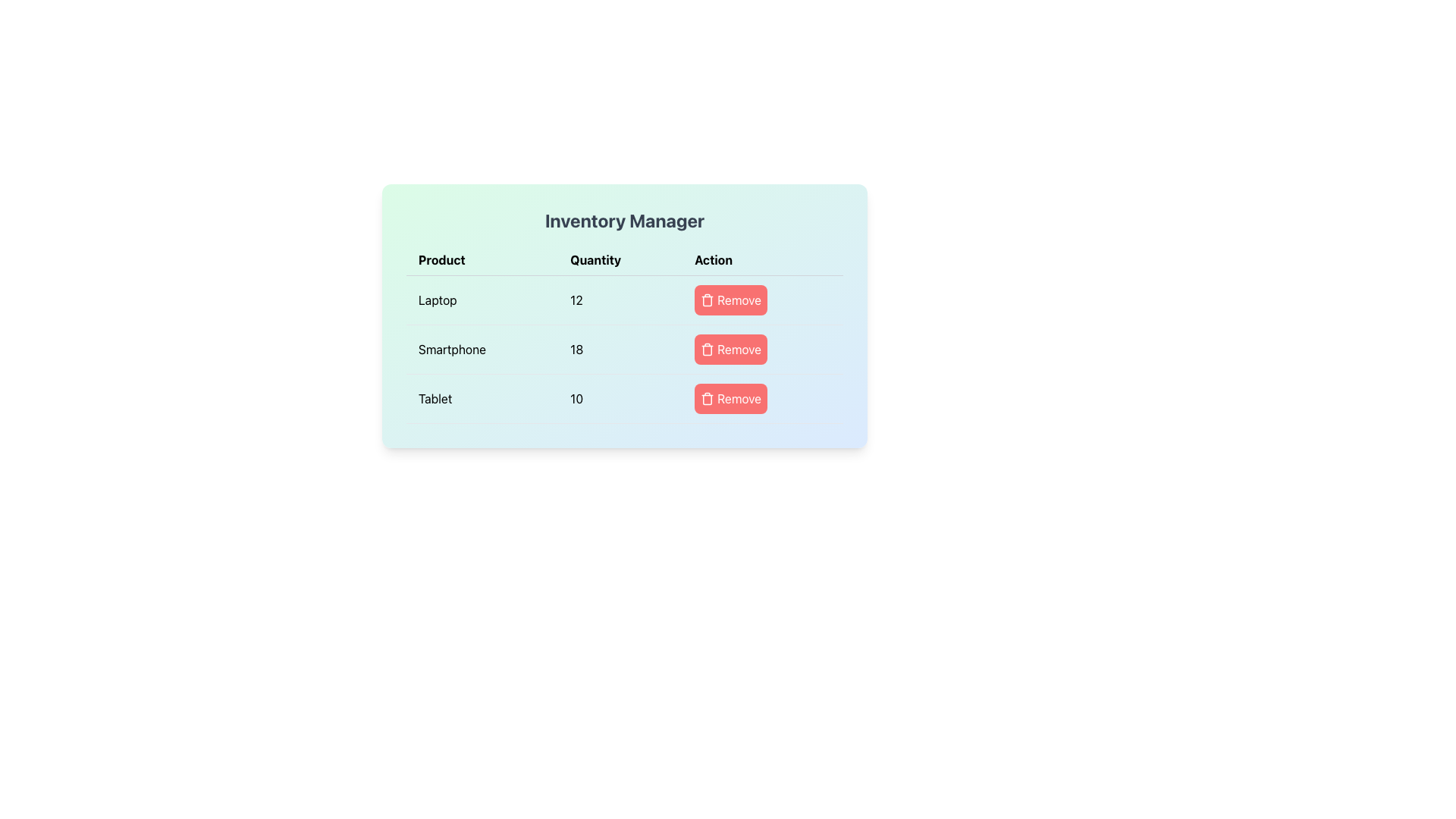 This screenshot has width=1456, height=819. Describe the element at coordinates (625, 350) in the screenshot. I see `the second row in the table structure that displays 'Smartphone', '18', and a 'Remove' button with a red background and trash icon` at that location.